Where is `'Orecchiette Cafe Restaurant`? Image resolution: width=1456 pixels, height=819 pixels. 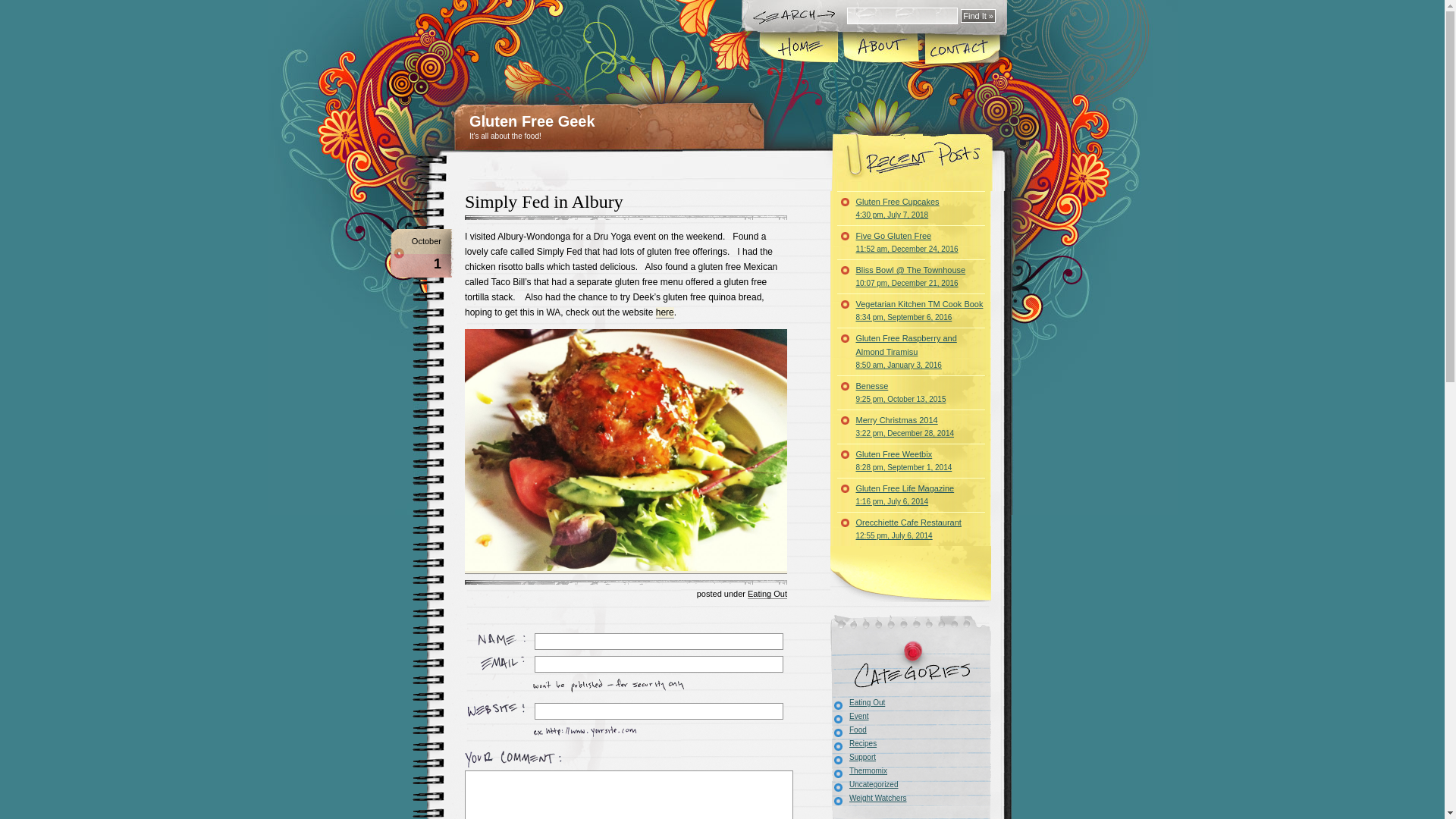 'Orecchiette Cafe Restaurant is located at coordinates (836, 528).